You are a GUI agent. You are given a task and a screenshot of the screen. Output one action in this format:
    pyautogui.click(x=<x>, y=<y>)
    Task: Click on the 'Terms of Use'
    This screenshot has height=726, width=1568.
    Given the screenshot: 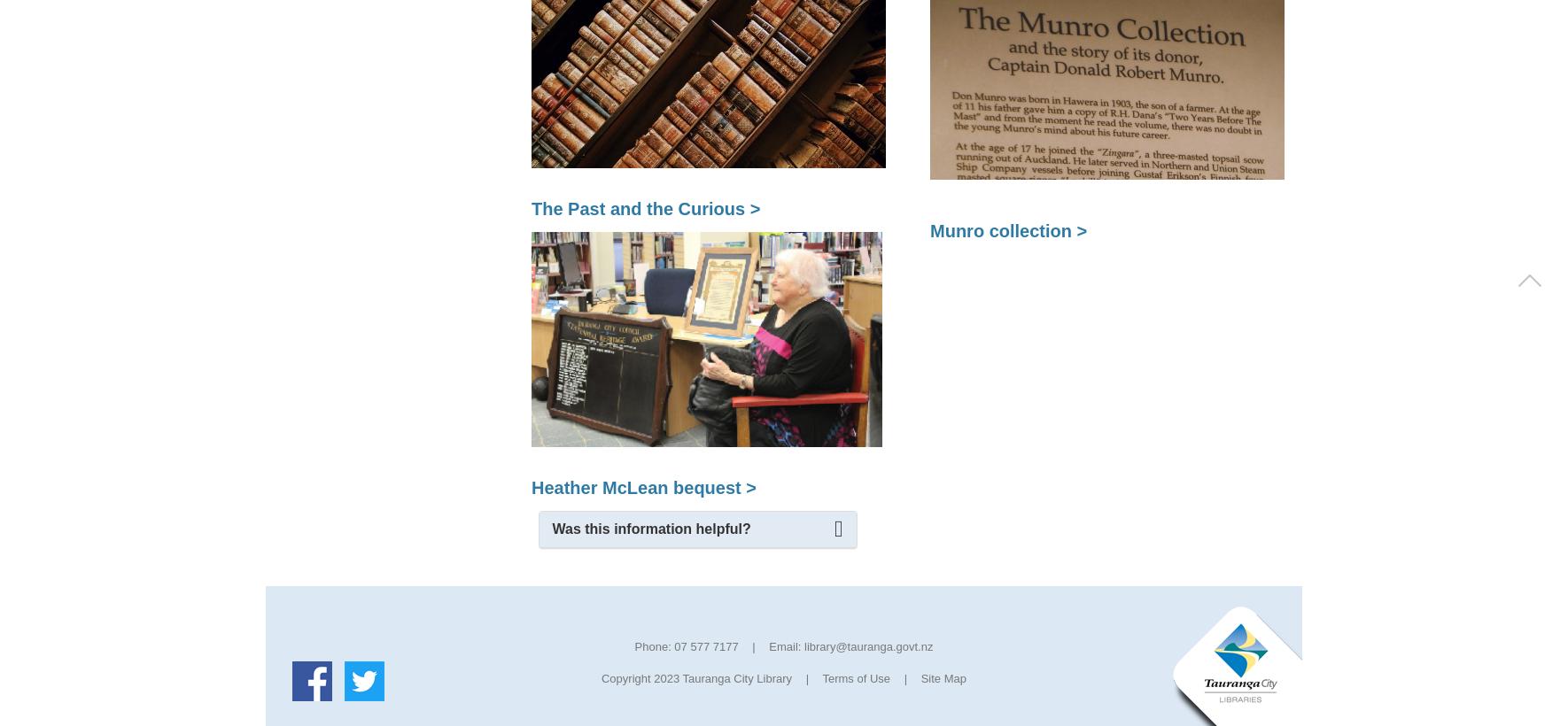 What is the action you would take?
    pyautogui.click(x=855, y=676)
    